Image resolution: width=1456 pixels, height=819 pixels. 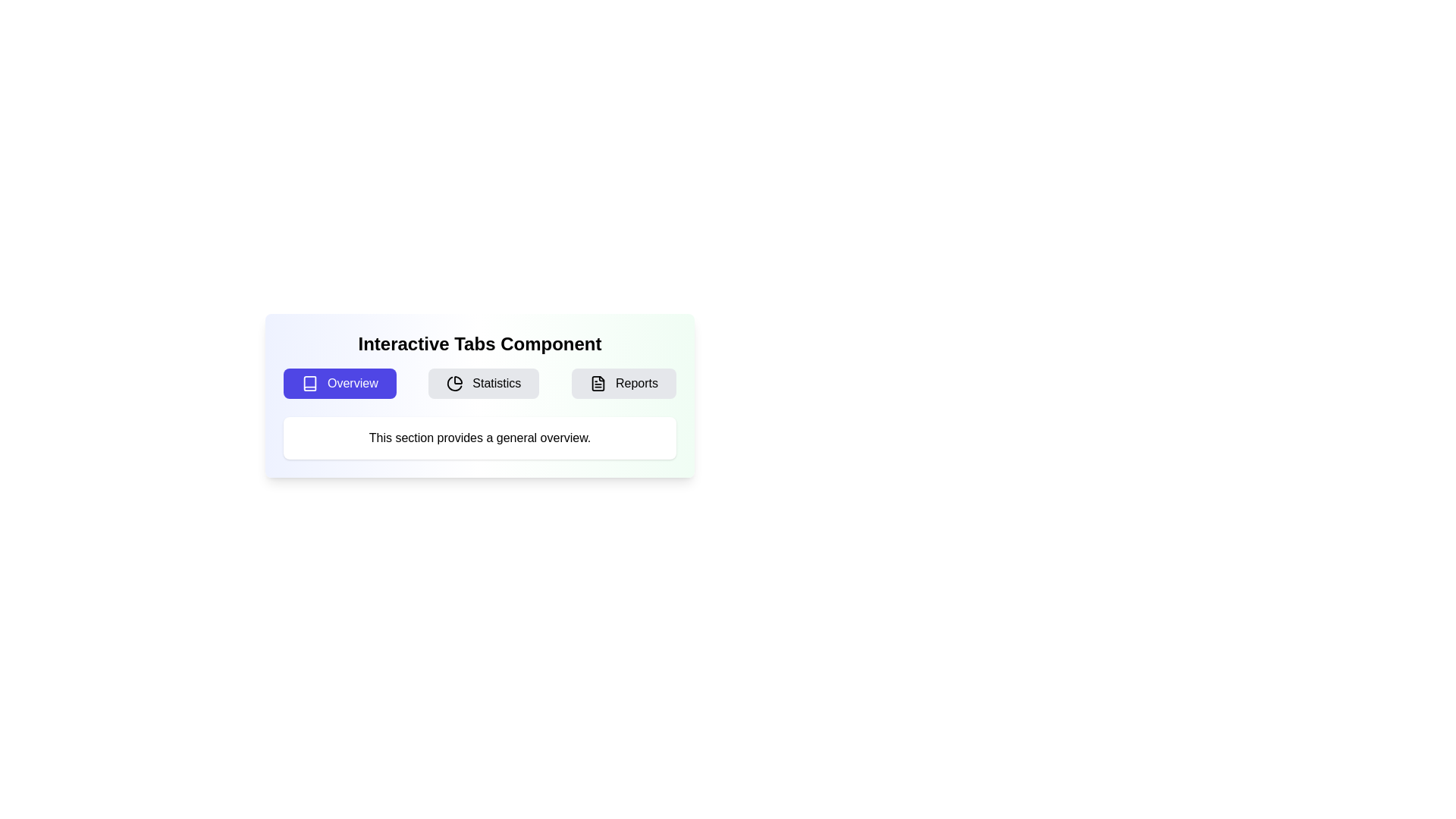 I want to click on the book icon, which is a white outline against a purple background, located at the leftmost position of the 'Overview' tab button, next to the 'Overview' label, so click(x=309, y=382).